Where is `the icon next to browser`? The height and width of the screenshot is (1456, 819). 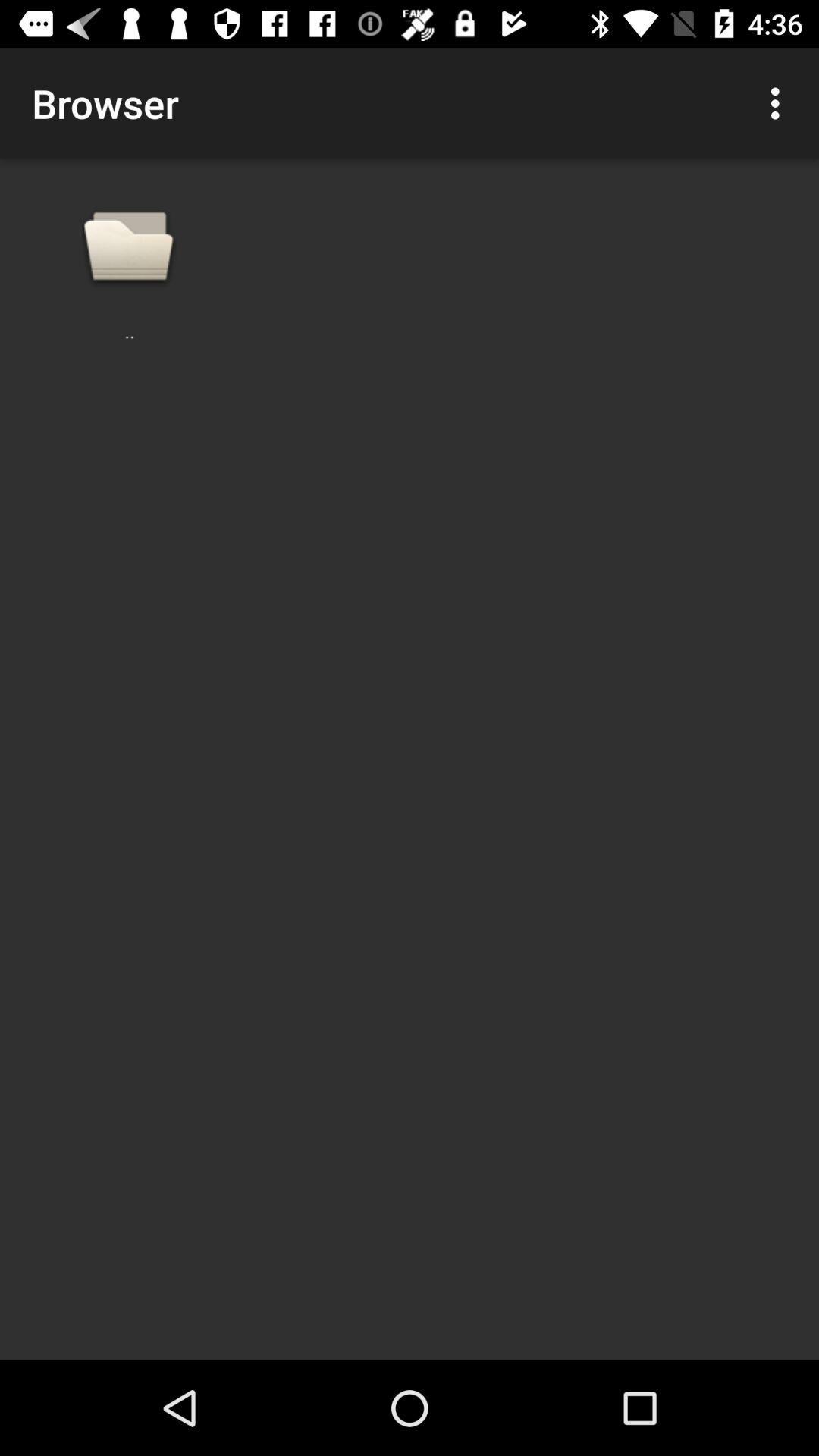
the icon next to browser is located at coordinates (779, 102).